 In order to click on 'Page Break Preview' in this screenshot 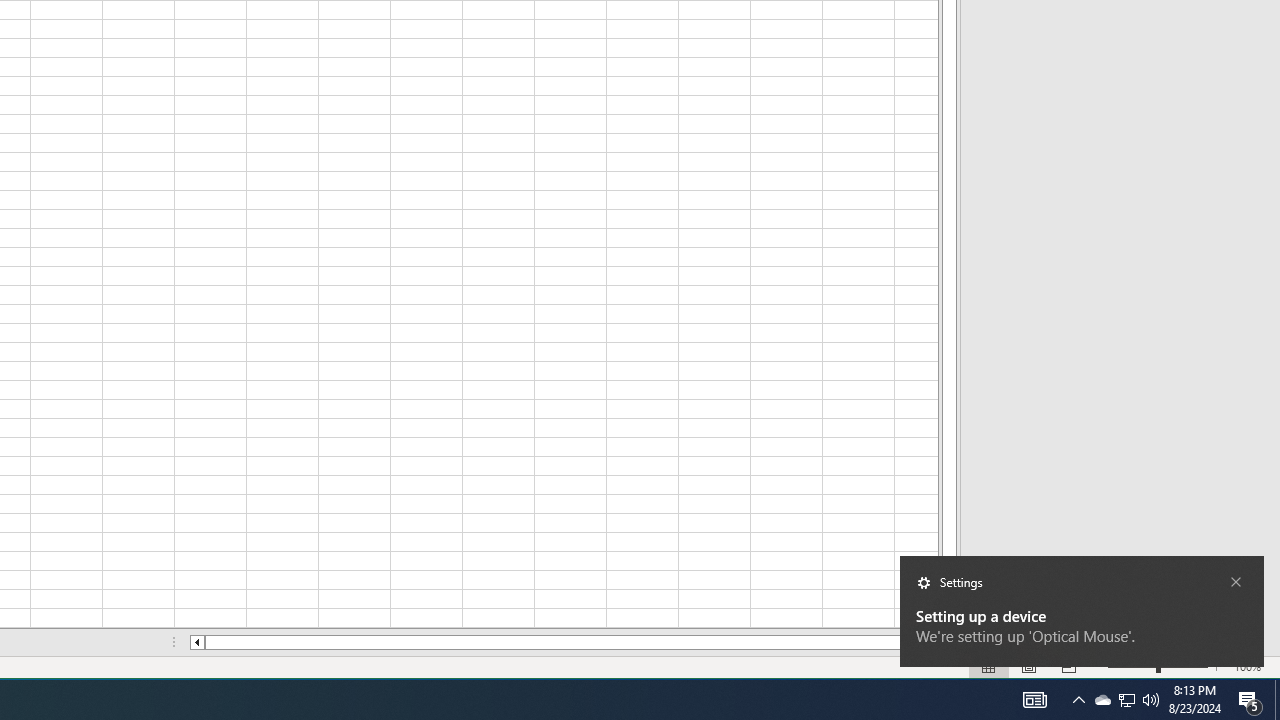, I will do `click(1068, 667)`.